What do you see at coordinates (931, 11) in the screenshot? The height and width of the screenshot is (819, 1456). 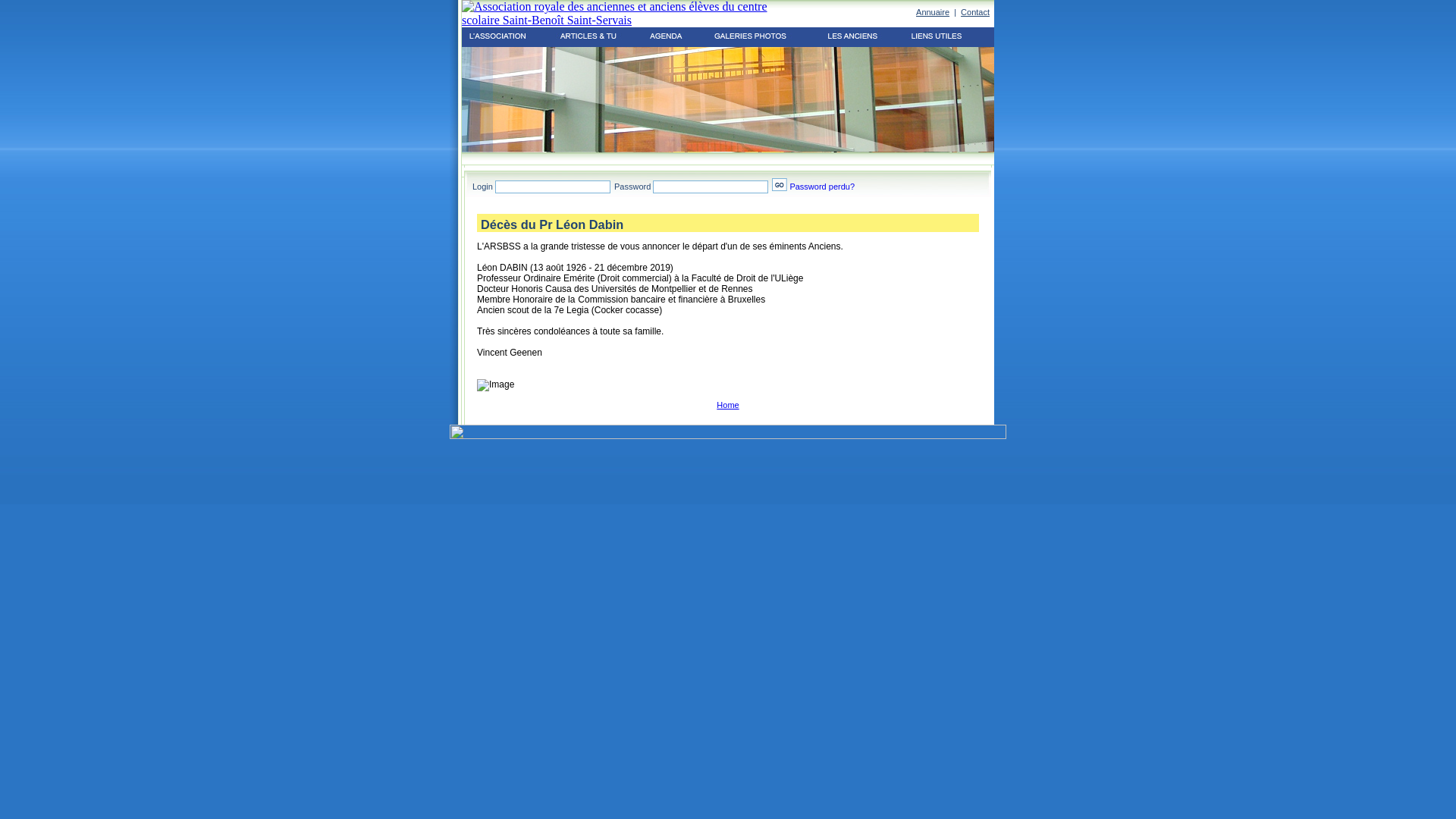 I see `'Annuaire'` at bounding box center [931, 11].